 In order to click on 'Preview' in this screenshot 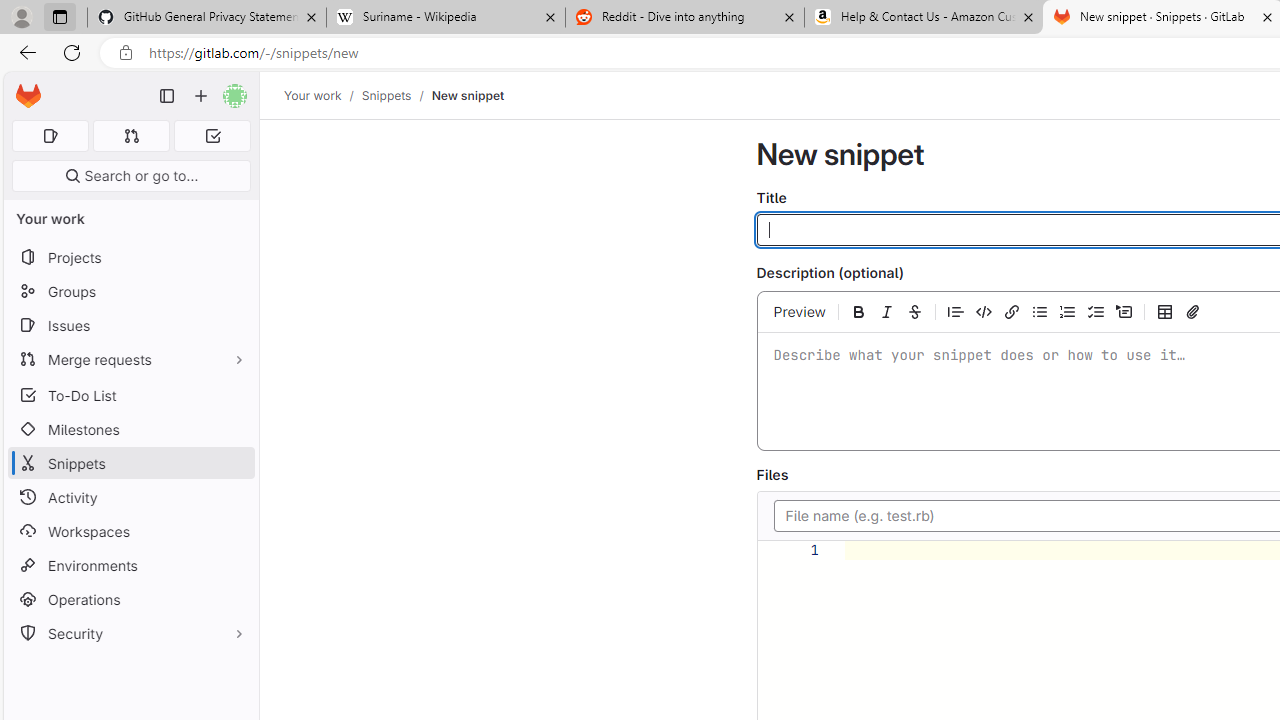, I will do `click(800, 311)`.